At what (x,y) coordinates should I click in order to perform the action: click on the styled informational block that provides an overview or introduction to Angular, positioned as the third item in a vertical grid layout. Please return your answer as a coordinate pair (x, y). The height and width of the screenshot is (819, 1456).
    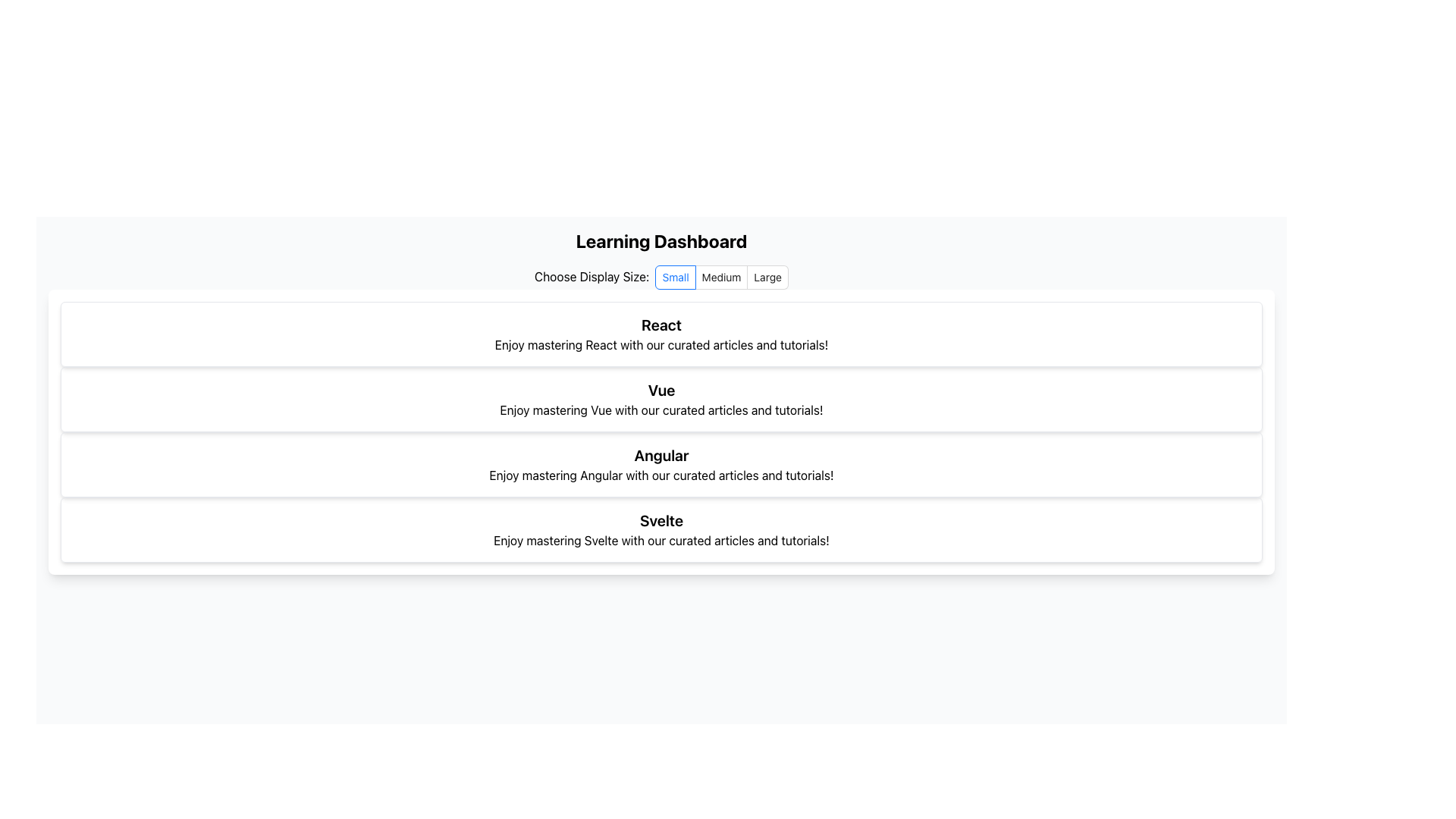
    Looking at the image, I should click on (661, 464).